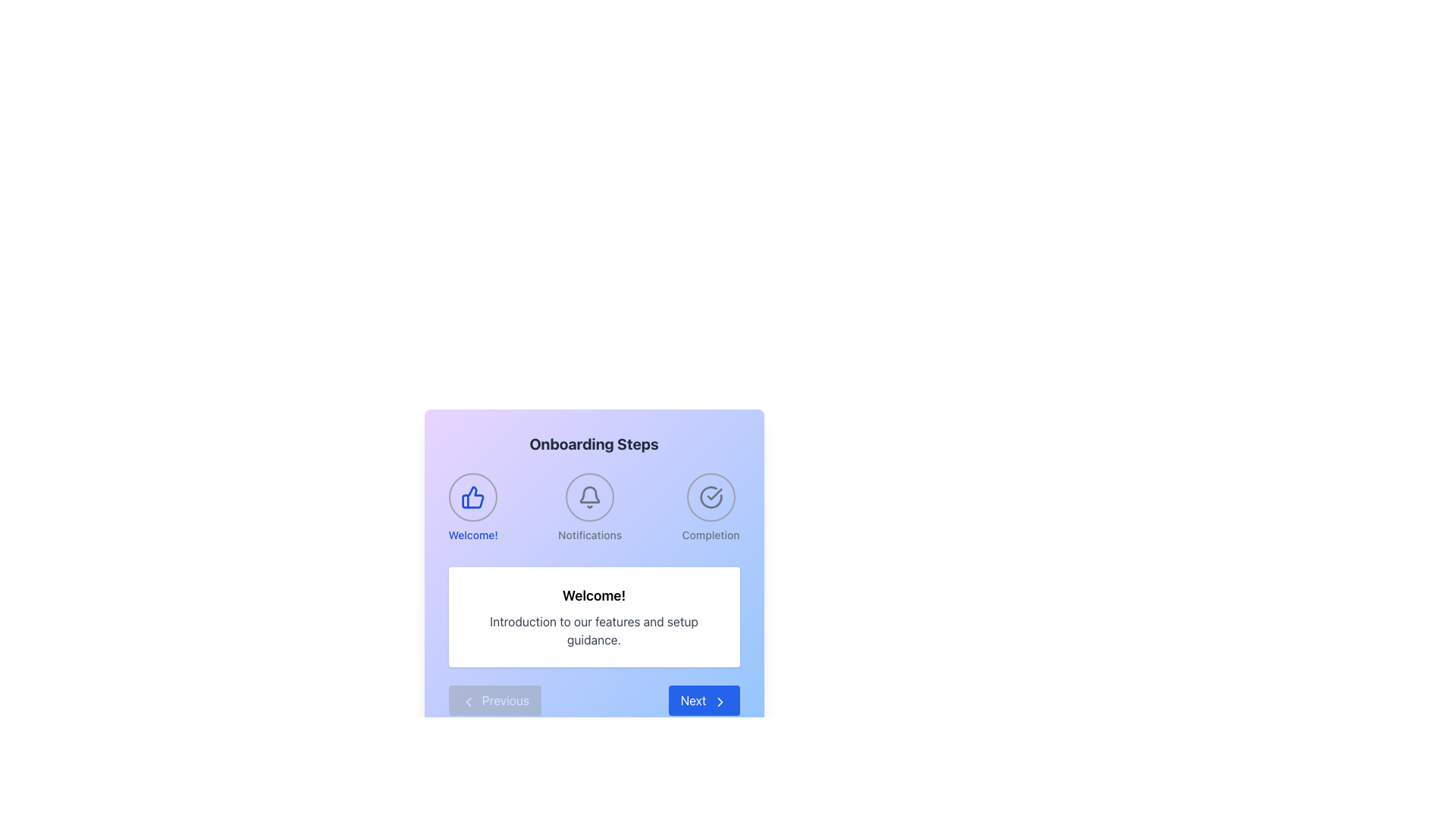  Describe the element at coordinates (593, 701) in the screenshot. I see `the 'Next' button on the Navigation Bar located at the bottom of the onboarding card to proceed to the next step` at that location.